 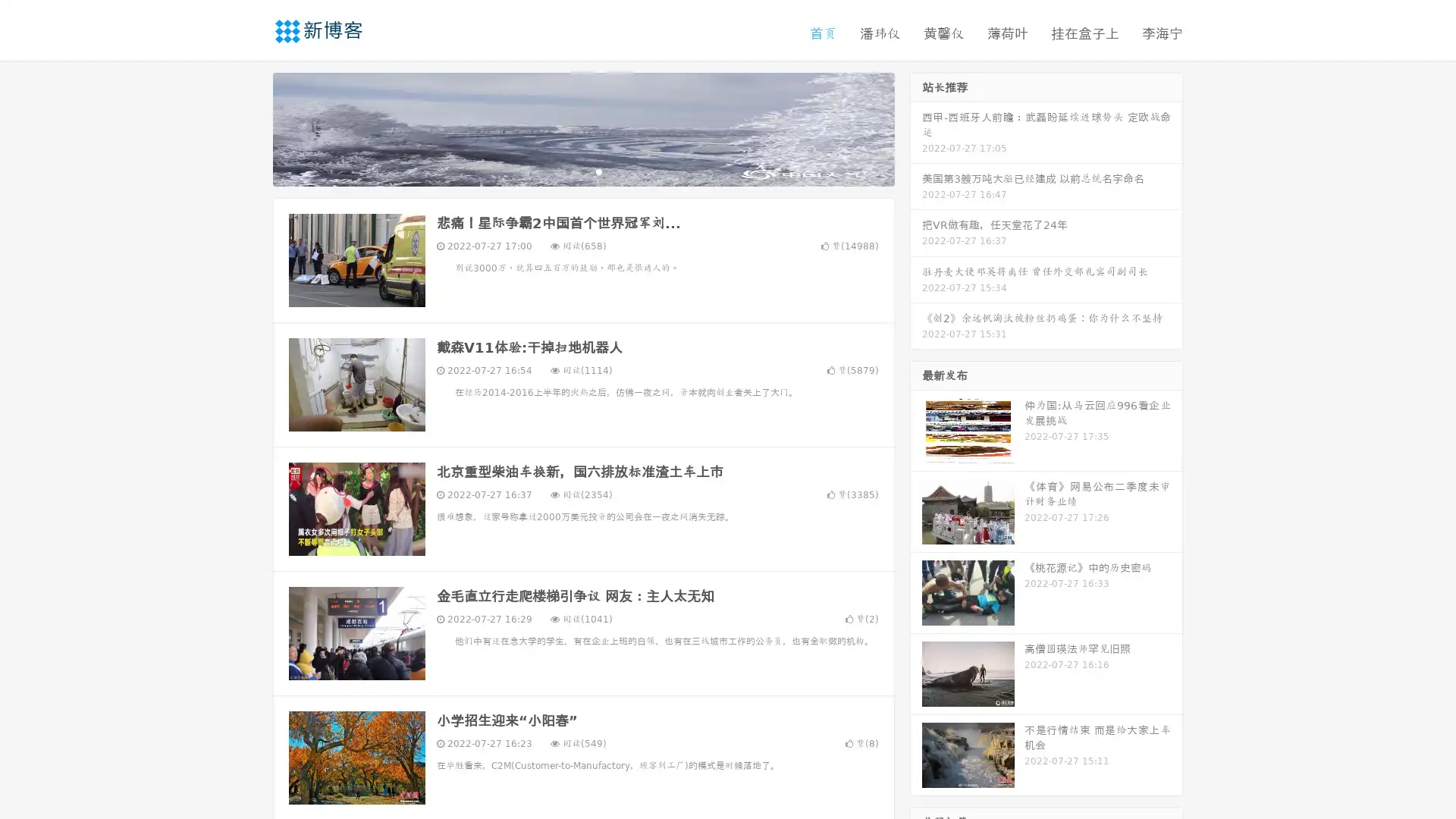 What do you see at coordinates (598, 171) in the screenshot?
I see `Go to slide 3` at bounding box center [598, 171].